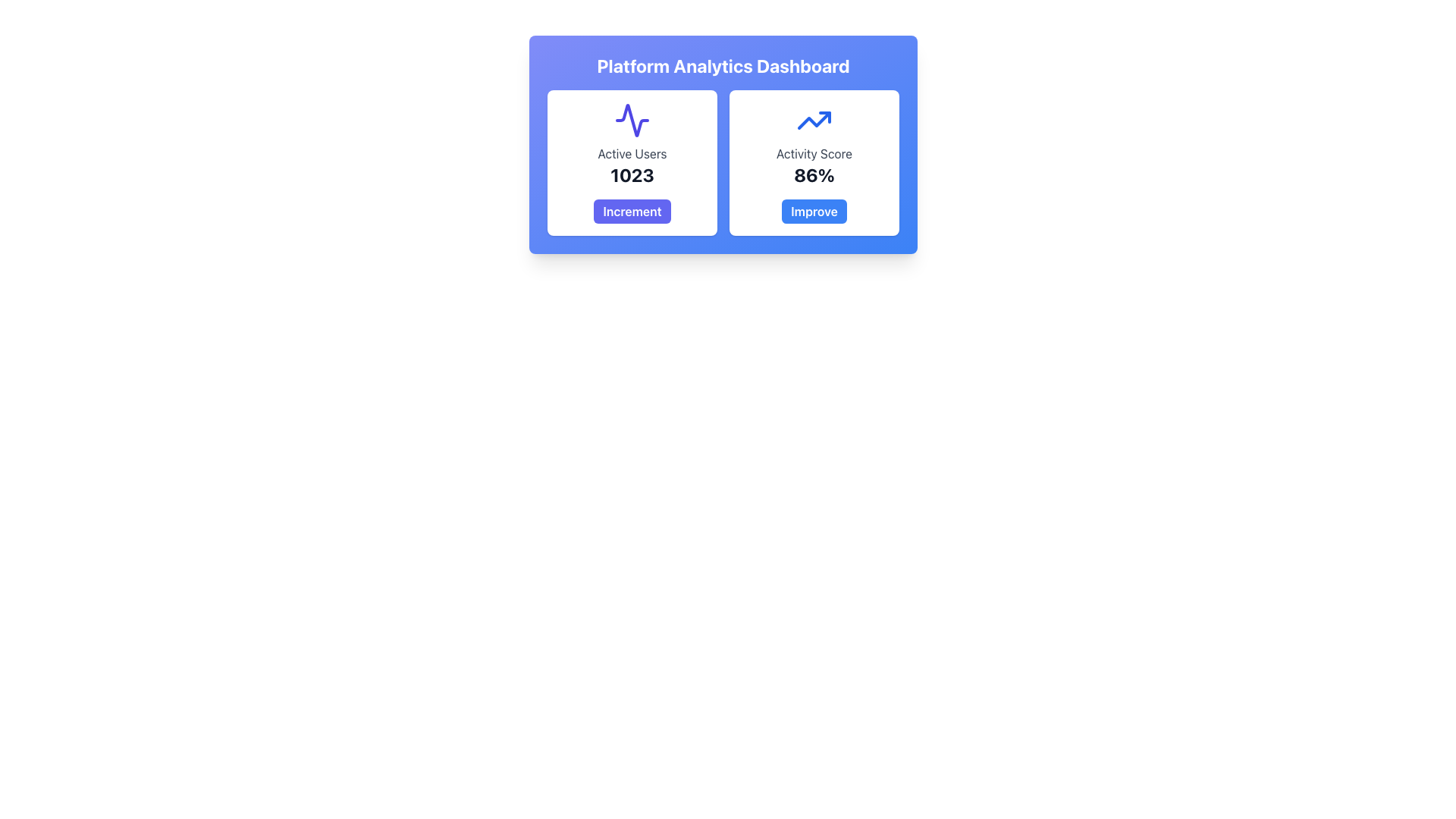  Describe the element at coordinates (632, 211) in the screenshot. I see `the indigo 'Increment' button located at the lower part of the 'Active Users' card to increment the displayed value` at that location.